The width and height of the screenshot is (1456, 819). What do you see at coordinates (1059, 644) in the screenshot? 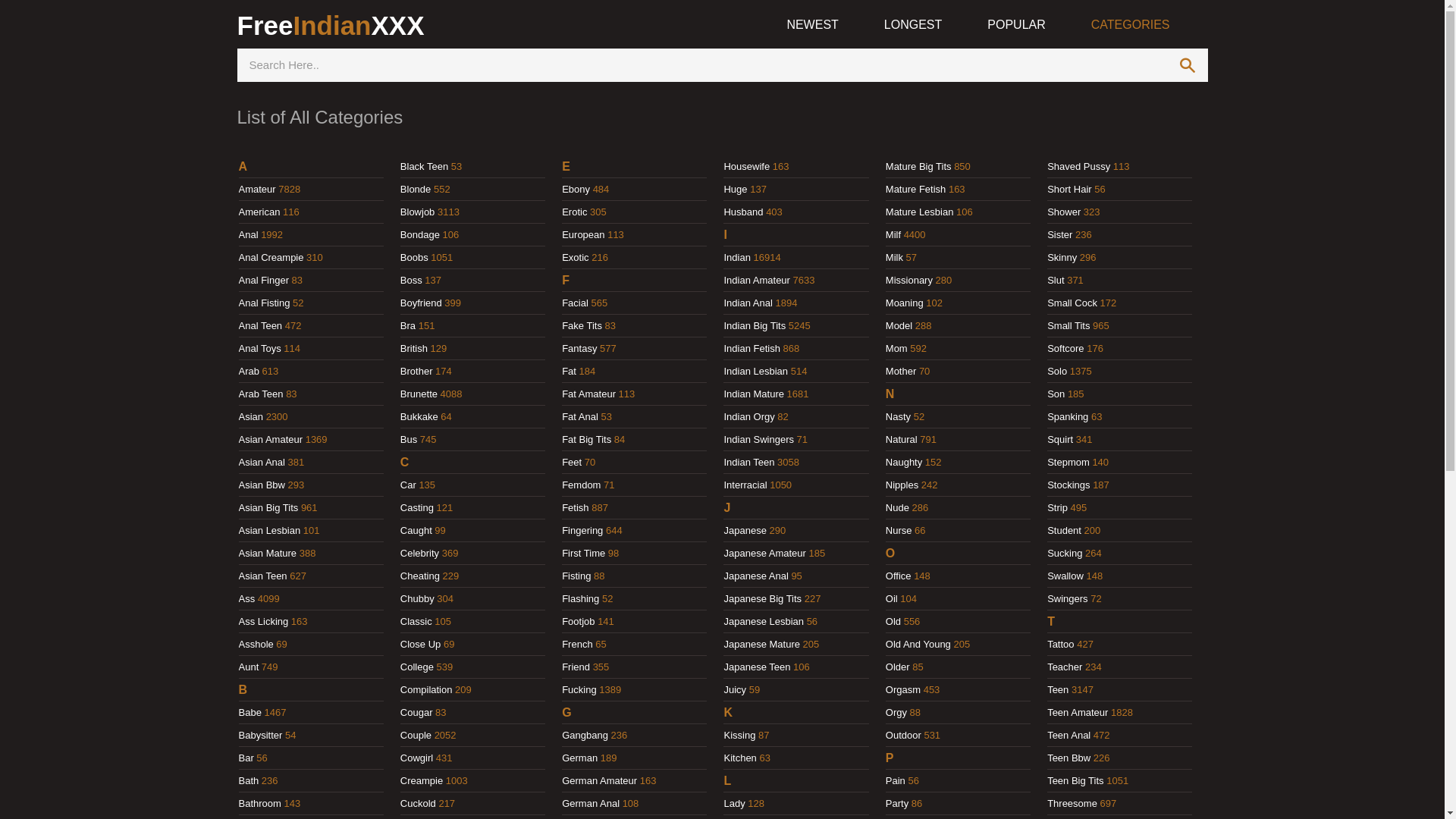
I see `'Tattoo'` at bounding box center [1059, 644].